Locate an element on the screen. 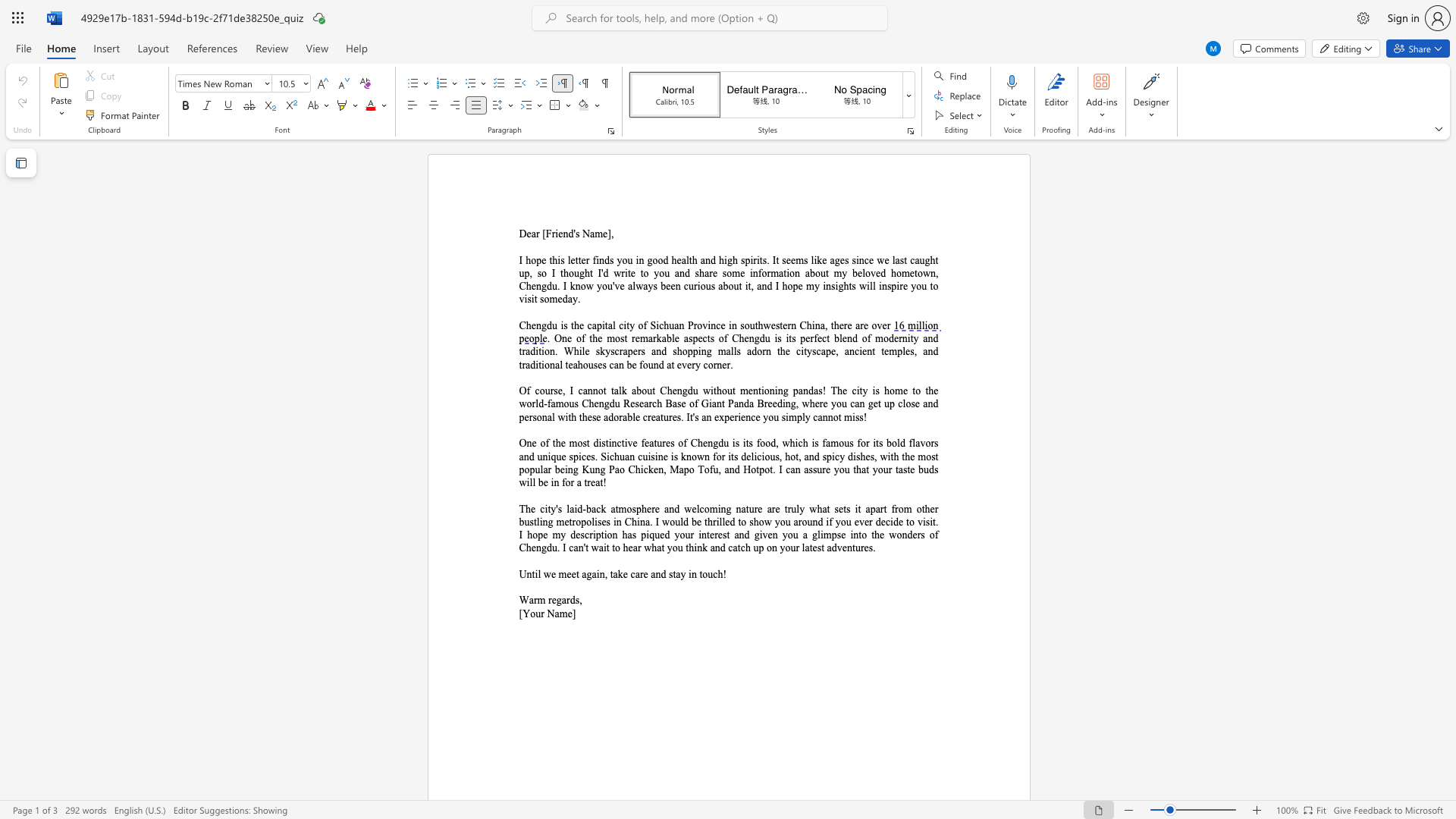 The height and width of the screenshot is (819, 1456). the subset text "of the most distinctive features of Chengdu is its food, which is famous for its bold flavors and unique spices. Sichuan cuisine is known for its delicious, hot, and spicy dishe" within the text "One of the most distinctive features of Chengdu is its food, which is famous for its bold flavors and unique spices. Sichuan cuisine is known for its delicious, hot, and spicy dishes, with the most popular being Kung Pao Chicken, Mapo Tofu, and Hotpot. I can assure you that your taste buds will be in for a treat!" is located at coordinates (540, 443).